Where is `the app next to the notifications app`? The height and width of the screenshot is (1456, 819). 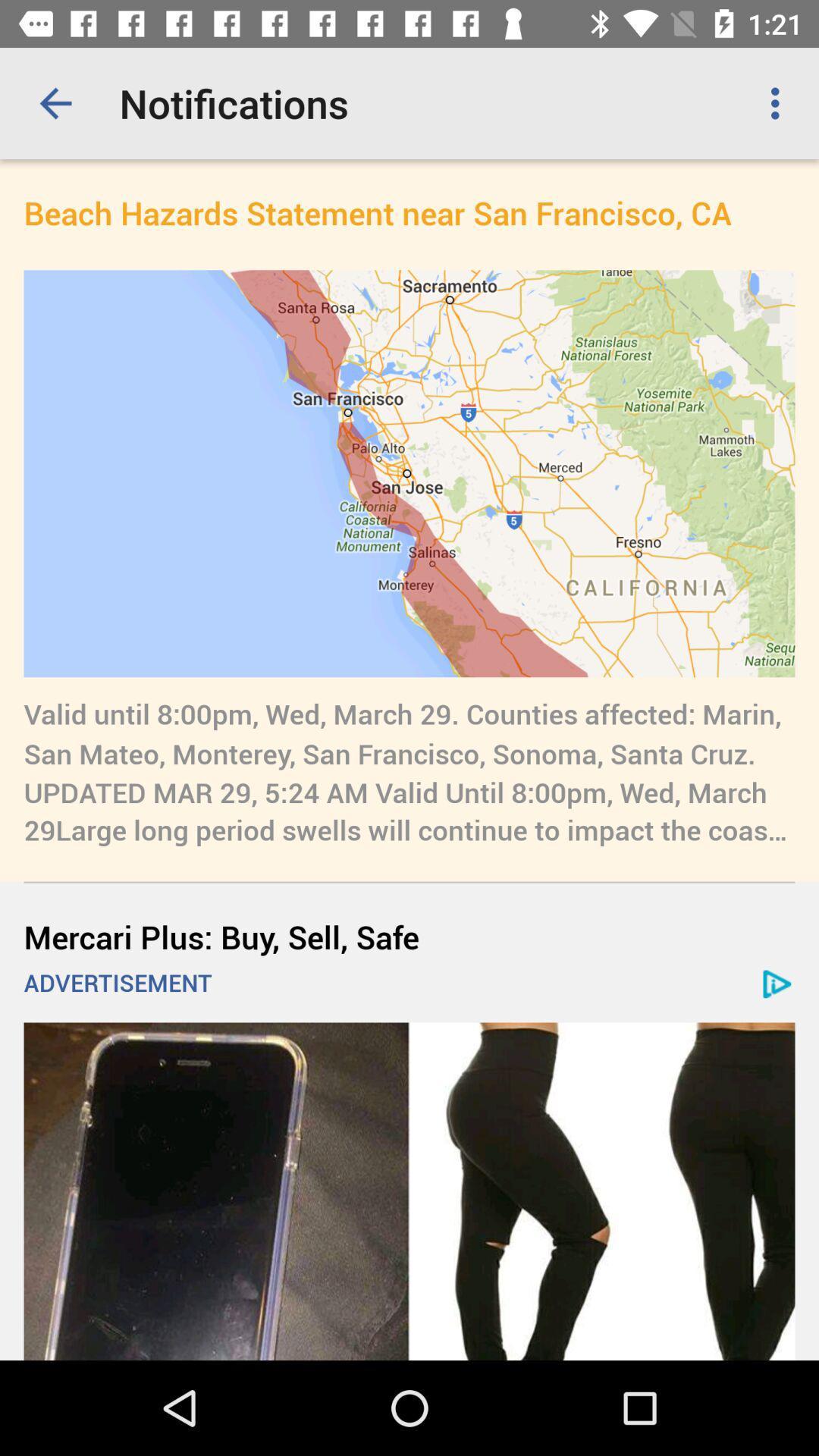 the app next to the notifications app is located at coordinates (779, 102).